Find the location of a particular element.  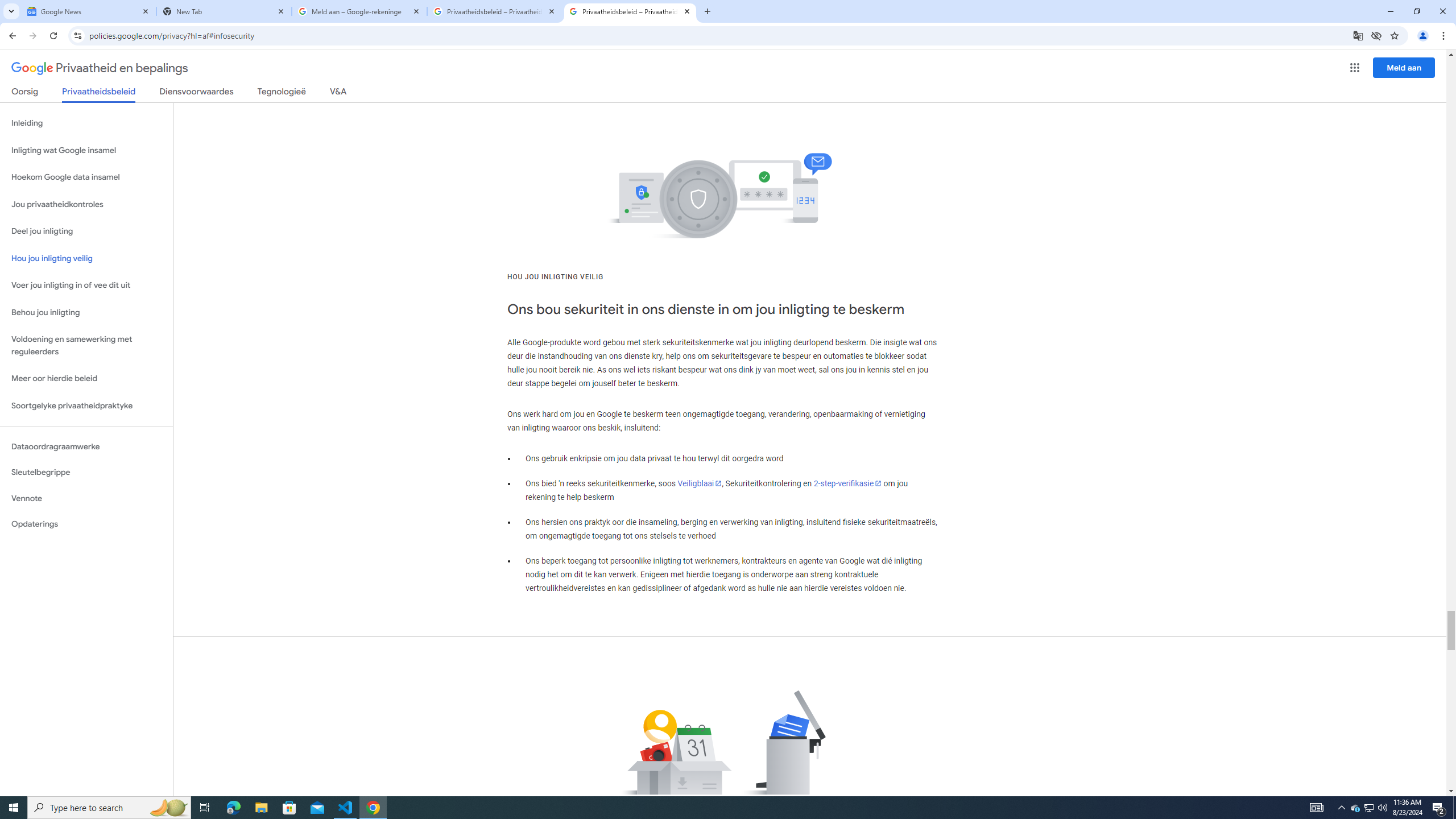

'Hoekom Google data insamel' is located at coordinates (86, 176).